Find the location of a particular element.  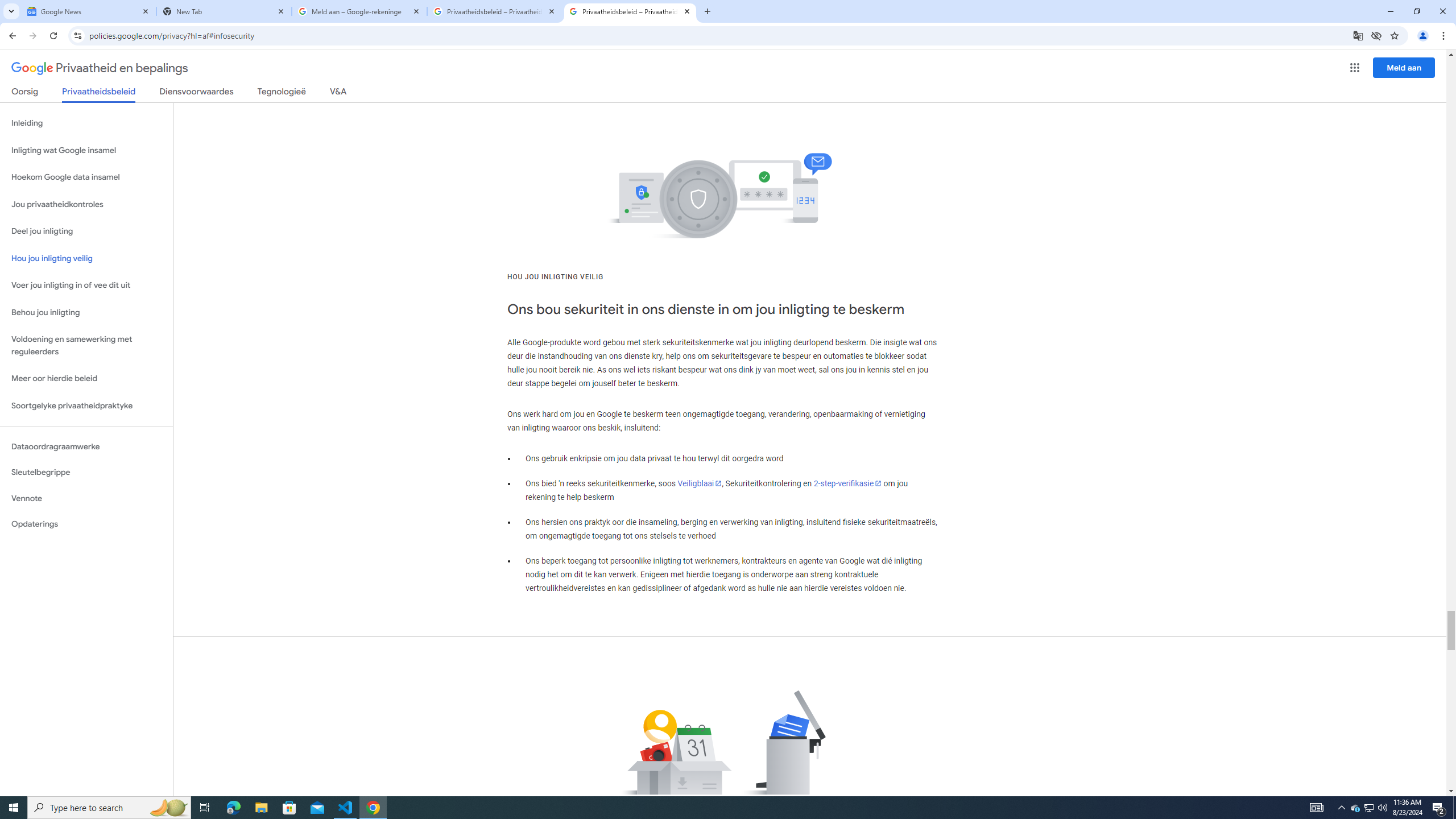

'Hoekom Google data insamel' is located at coordinates (86, 176).